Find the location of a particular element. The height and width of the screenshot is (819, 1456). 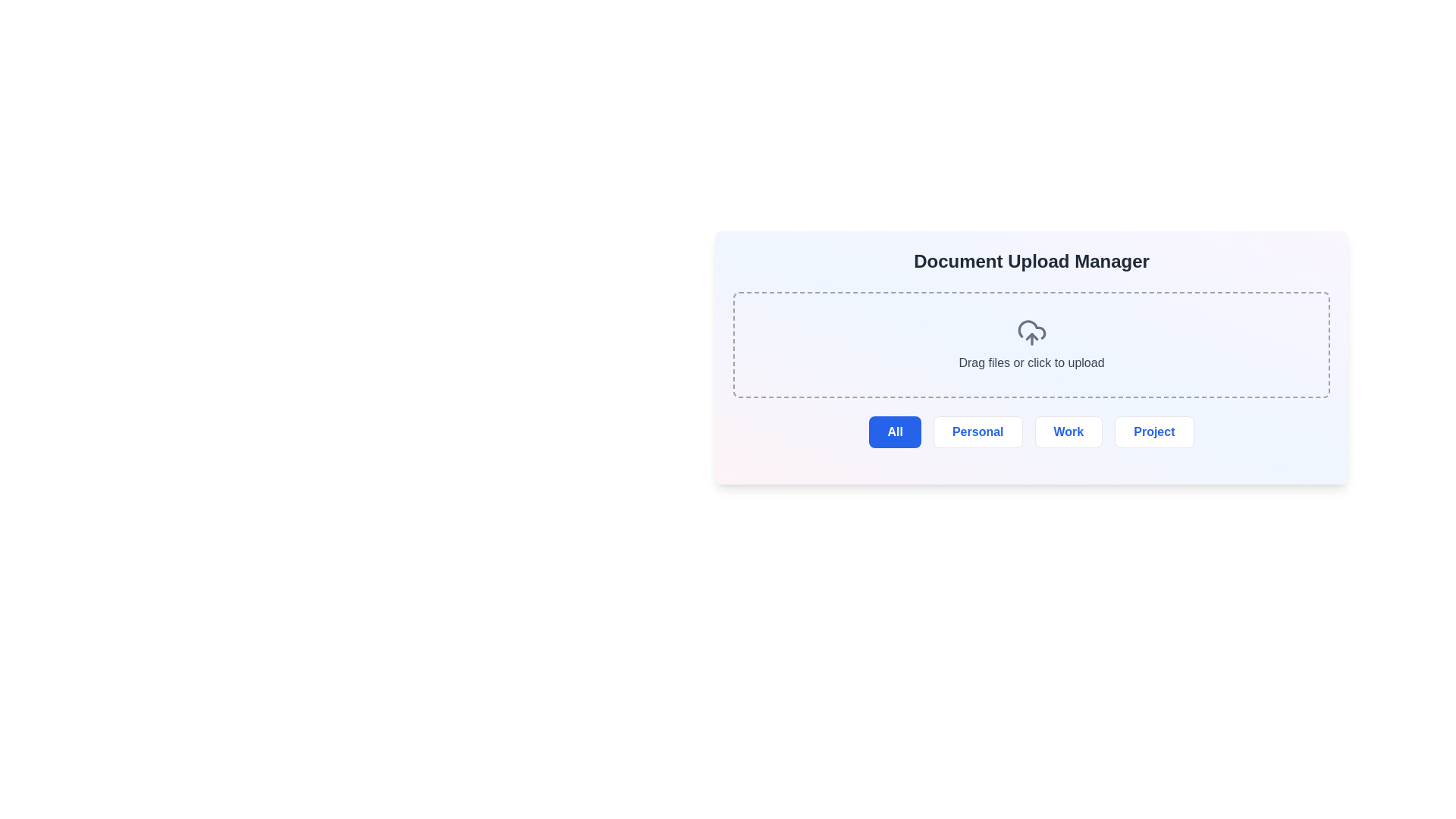

the file upload icon located within the dashed-bordered rectangle titled 'Drag files or click to upload.' is located at coordinates (1031, 332).